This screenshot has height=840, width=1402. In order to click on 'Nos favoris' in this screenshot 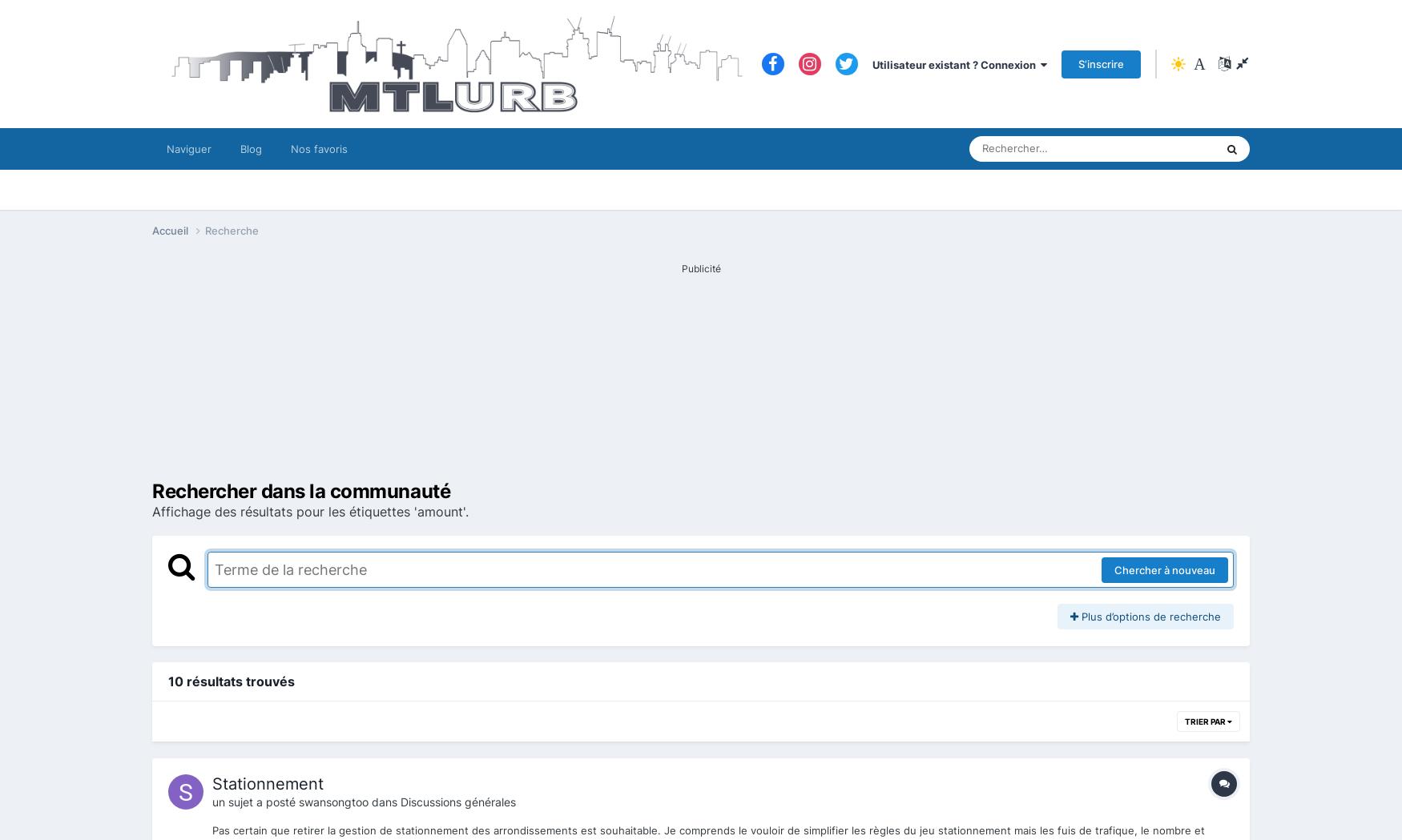, I will do `click(318, 147)`.